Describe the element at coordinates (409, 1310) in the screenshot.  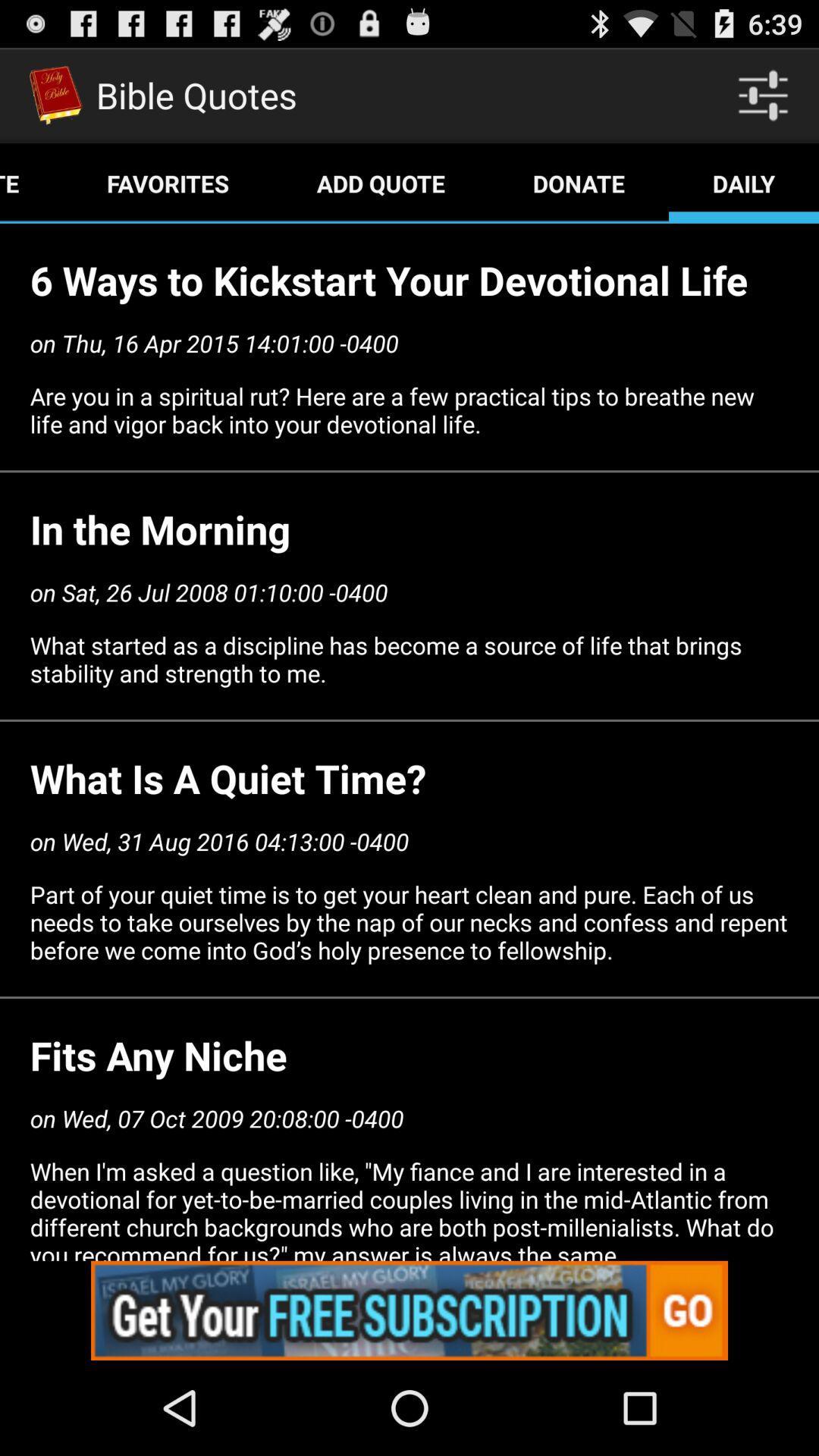
I see `click advertisements` at that location.